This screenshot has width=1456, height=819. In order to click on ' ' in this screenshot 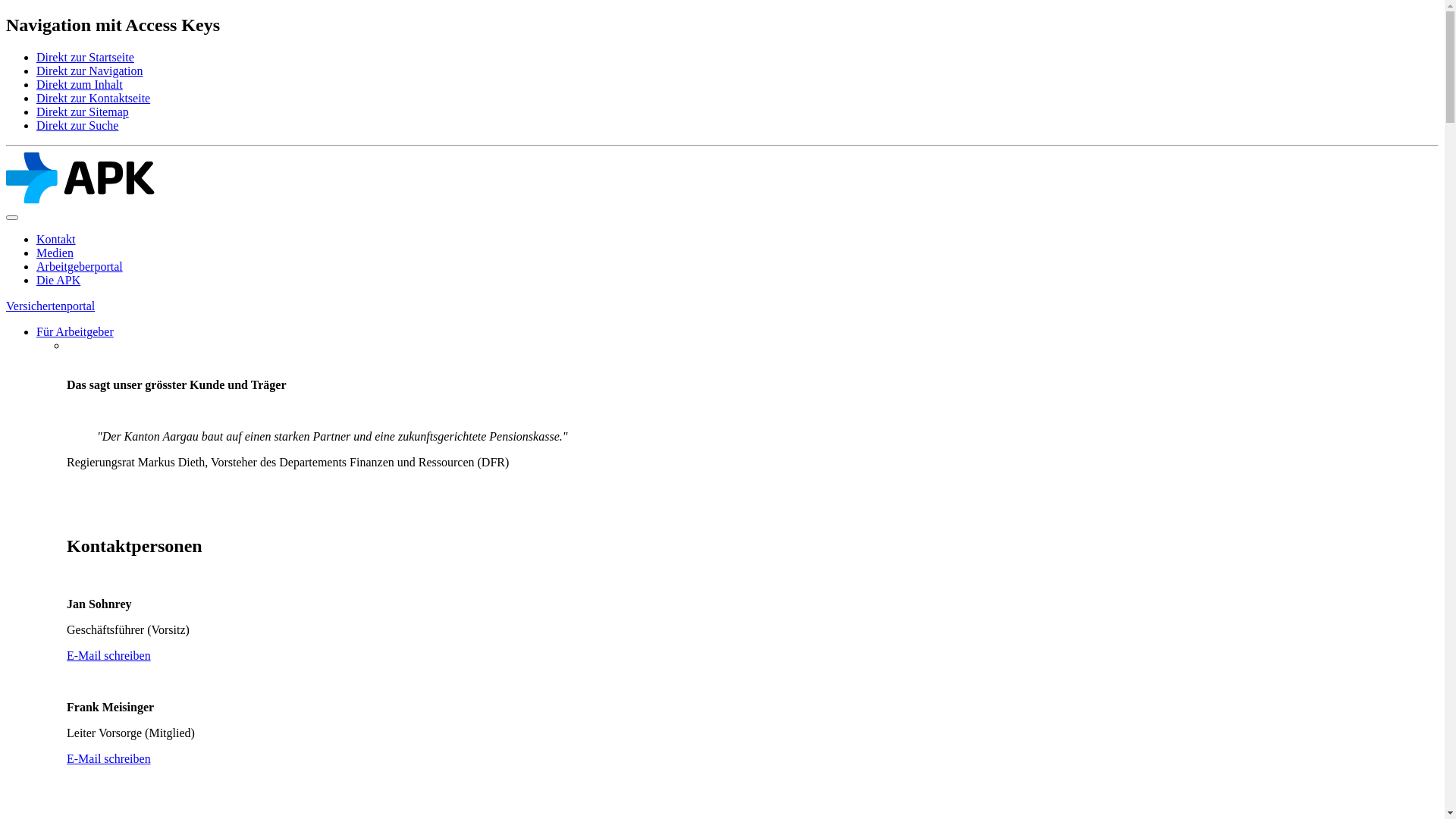, I will do `click(67, 345)`.